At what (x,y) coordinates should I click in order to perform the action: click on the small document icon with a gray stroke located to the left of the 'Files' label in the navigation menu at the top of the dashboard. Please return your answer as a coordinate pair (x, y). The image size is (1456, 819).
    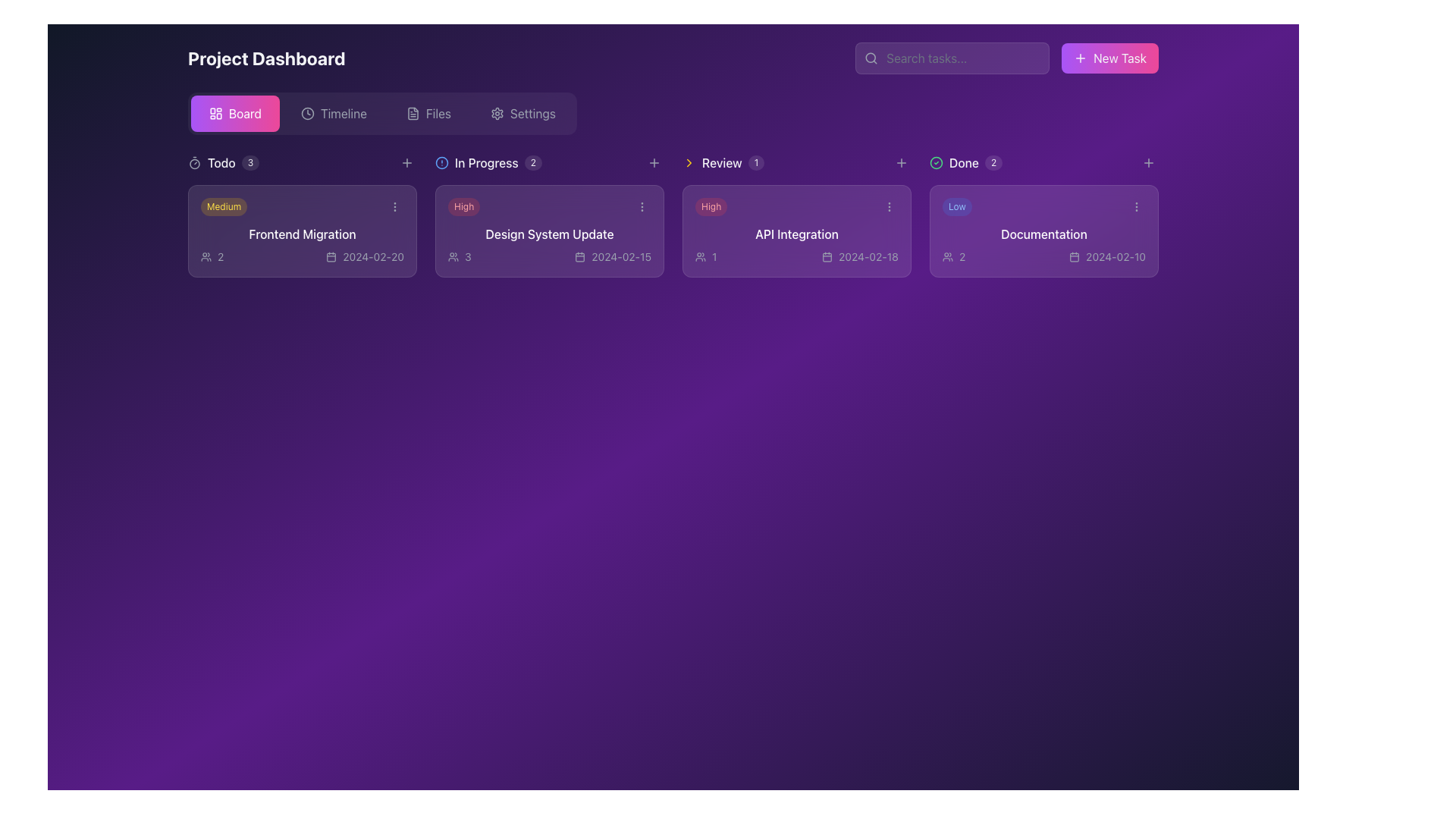
    Looking at the image, I should click on (413, 113).